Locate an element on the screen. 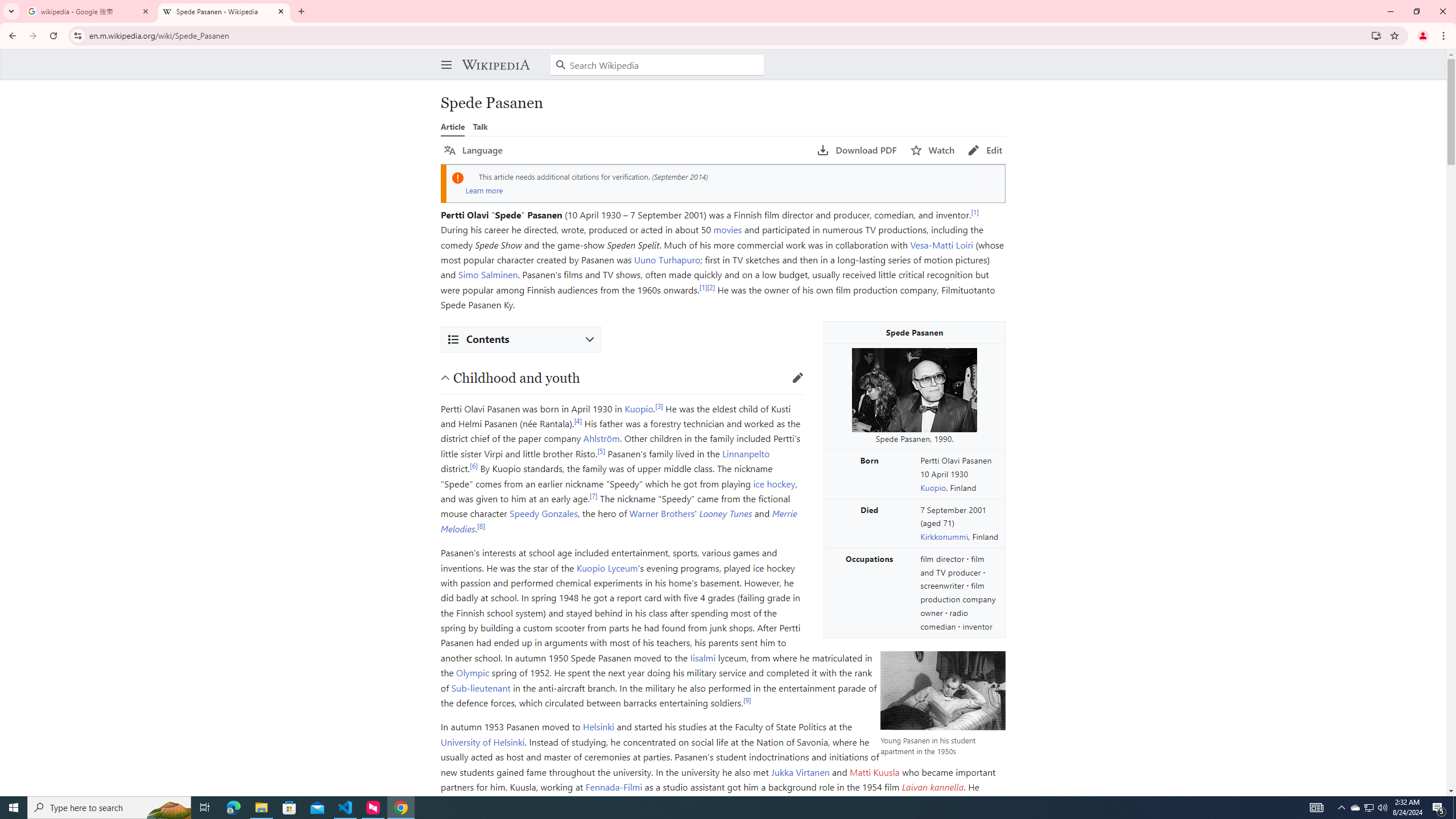  'Merrie Melodies' is located at coordinates (619, 520).